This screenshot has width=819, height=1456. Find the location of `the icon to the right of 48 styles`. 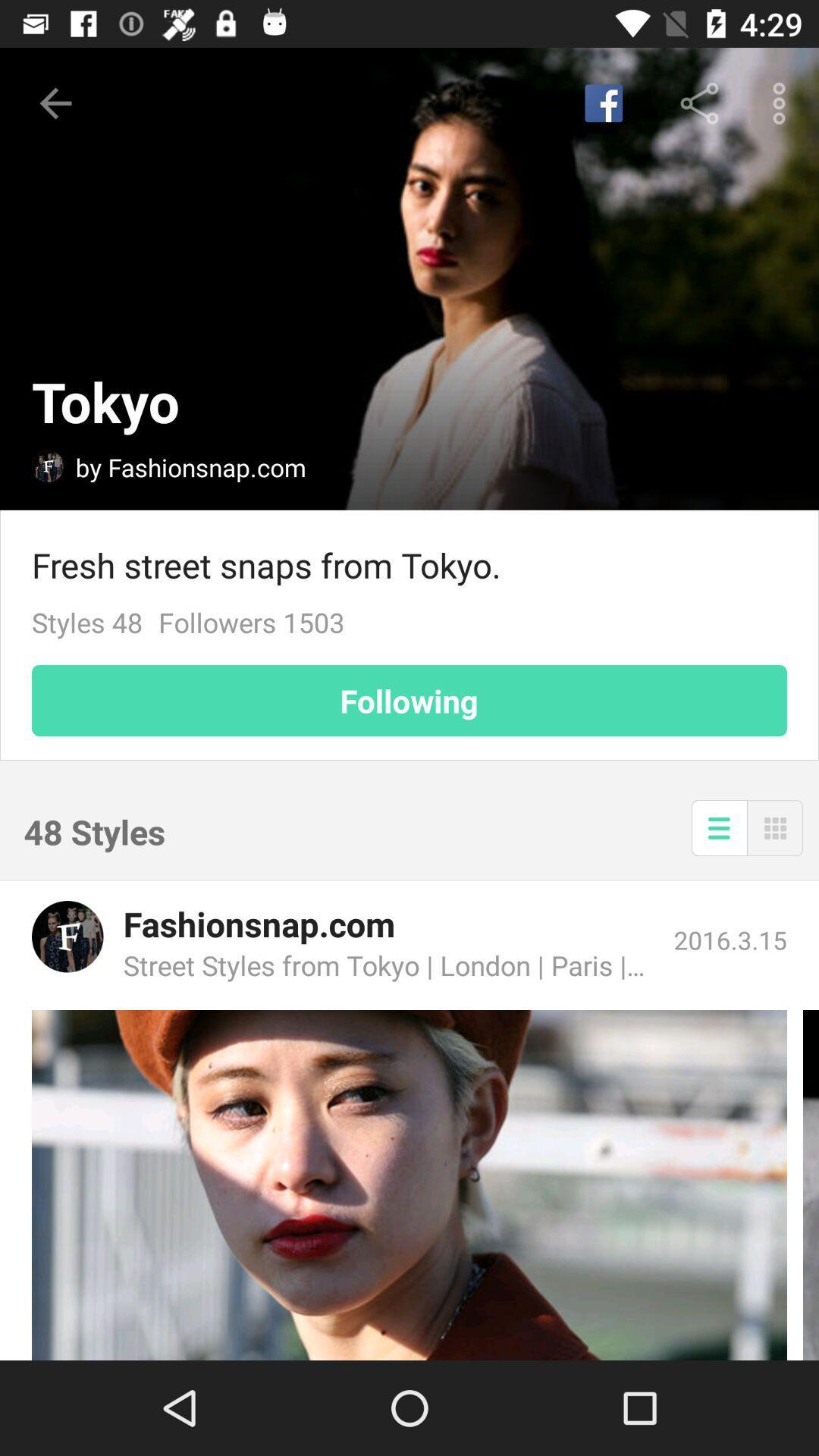

the icon to the right of 48 styles is located at coordinates (718, 827).